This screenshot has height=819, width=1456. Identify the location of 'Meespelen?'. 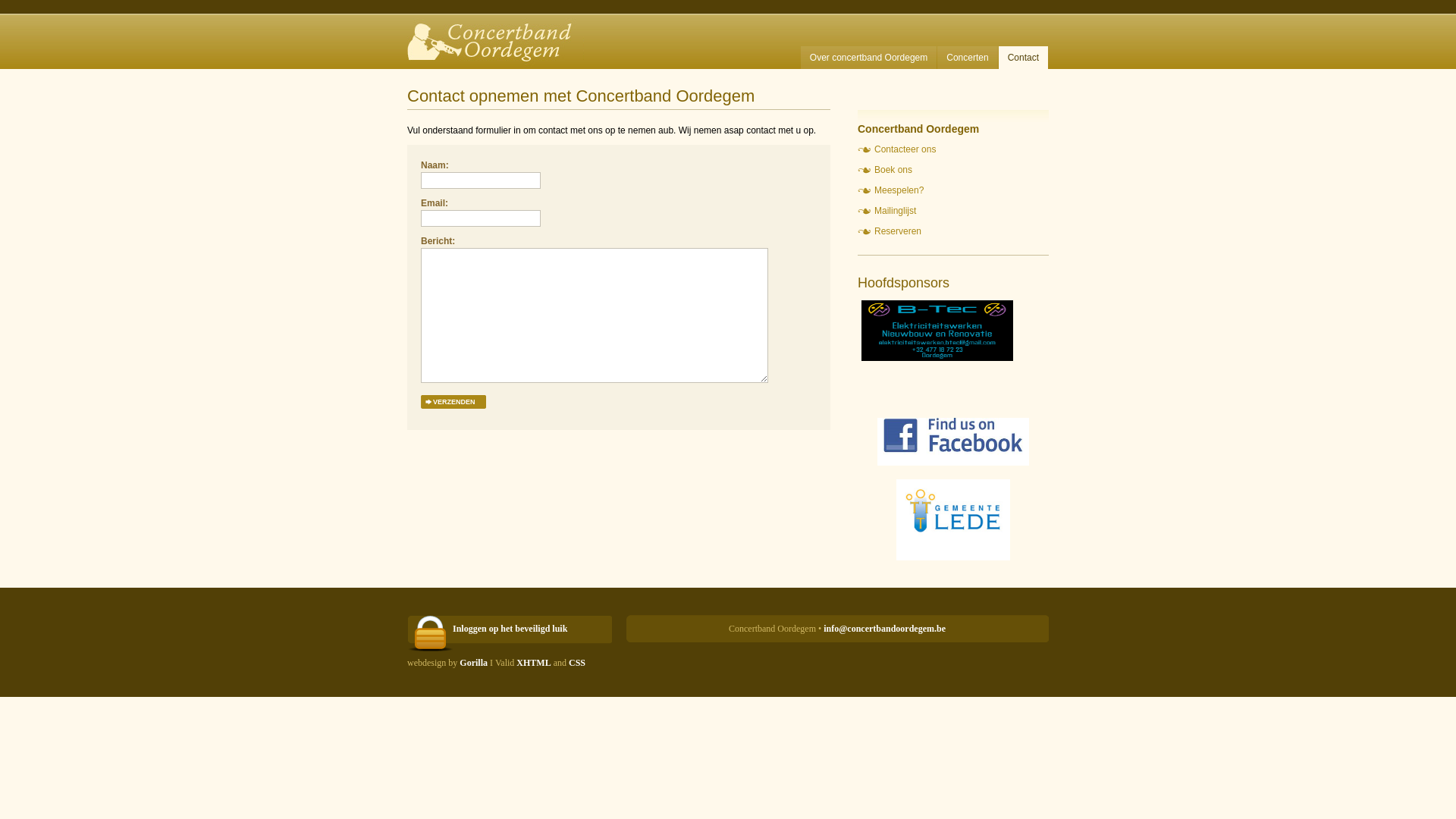
(890, 189).